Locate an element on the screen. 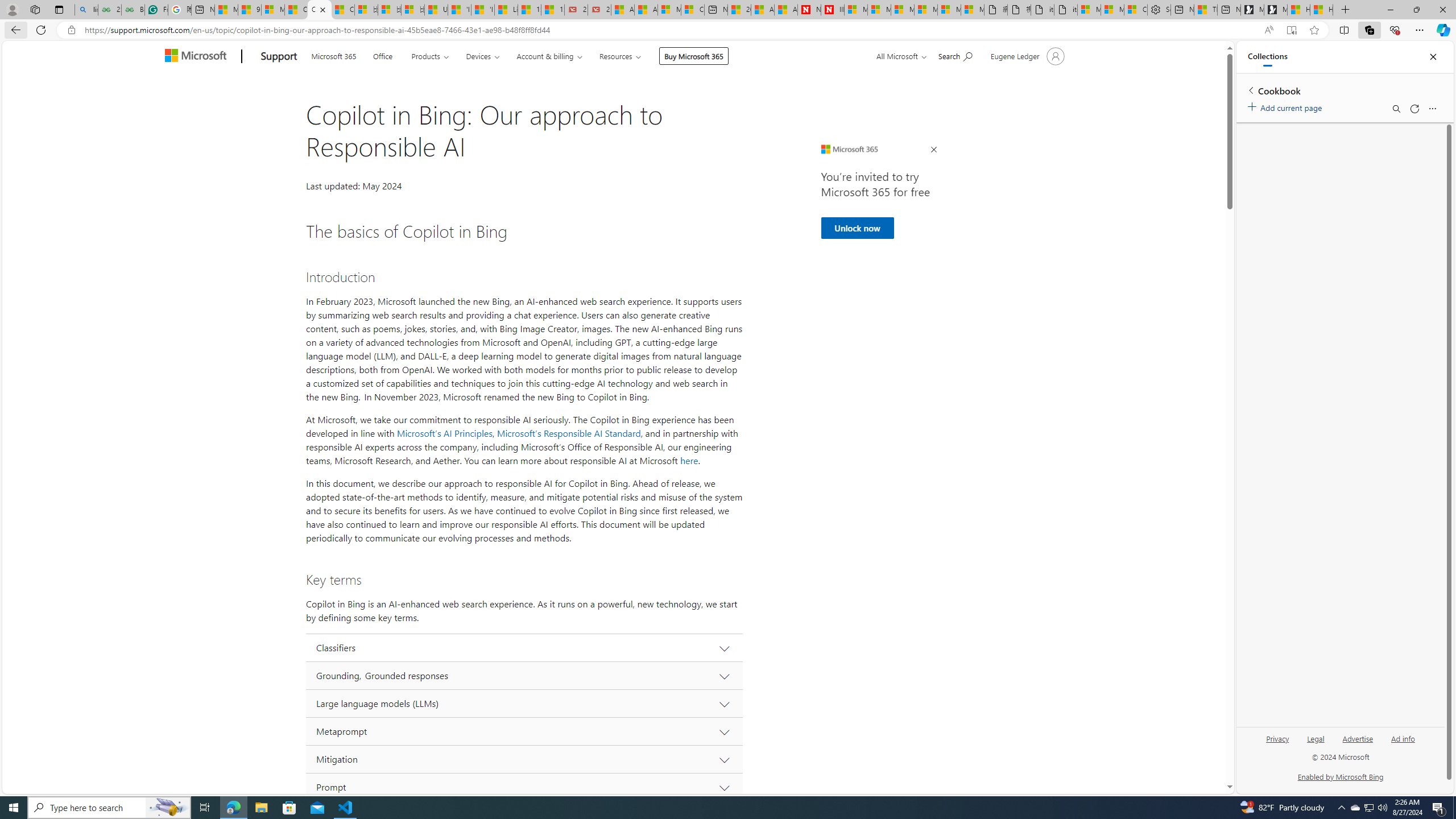 Image resolution: width=1456 pixels, height=819 pixels. 'Ad info' is located at coordinates (1403, 742).